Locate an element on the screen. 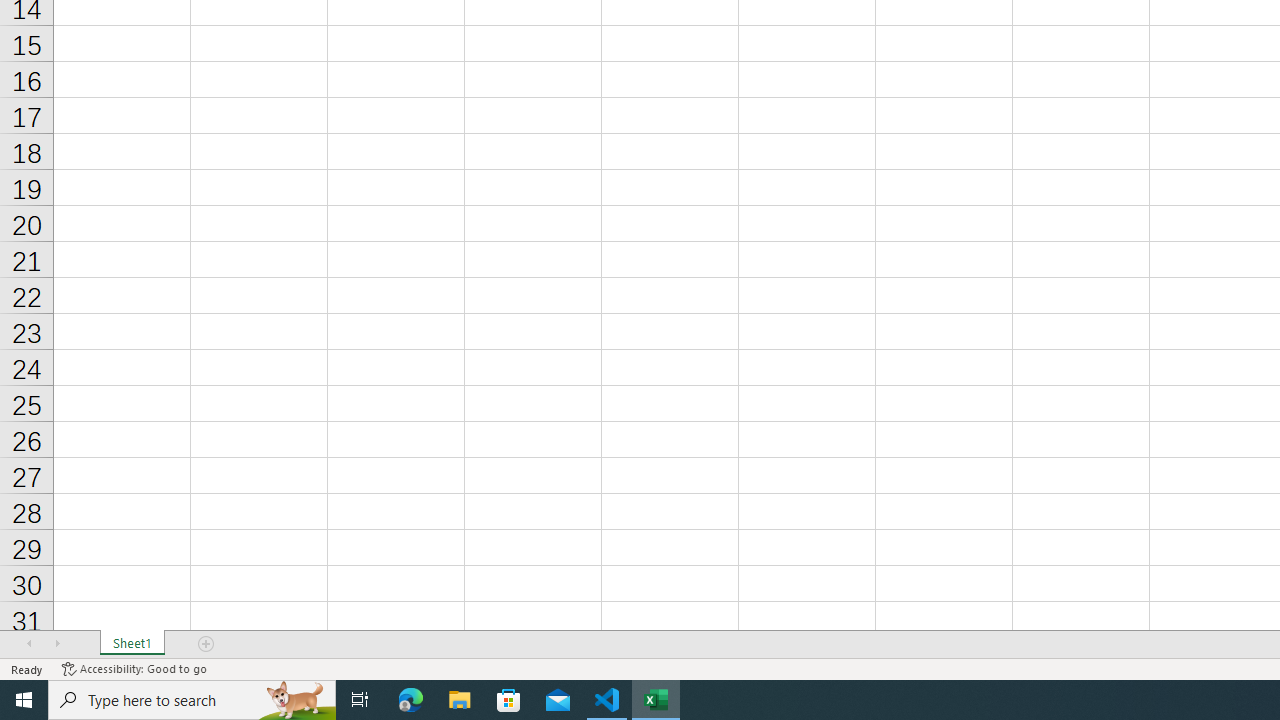 This screenshot has height=720, width=1280. 'Accessibility Checker Accessibility: Good to go' is located at coordinates (133, 669).